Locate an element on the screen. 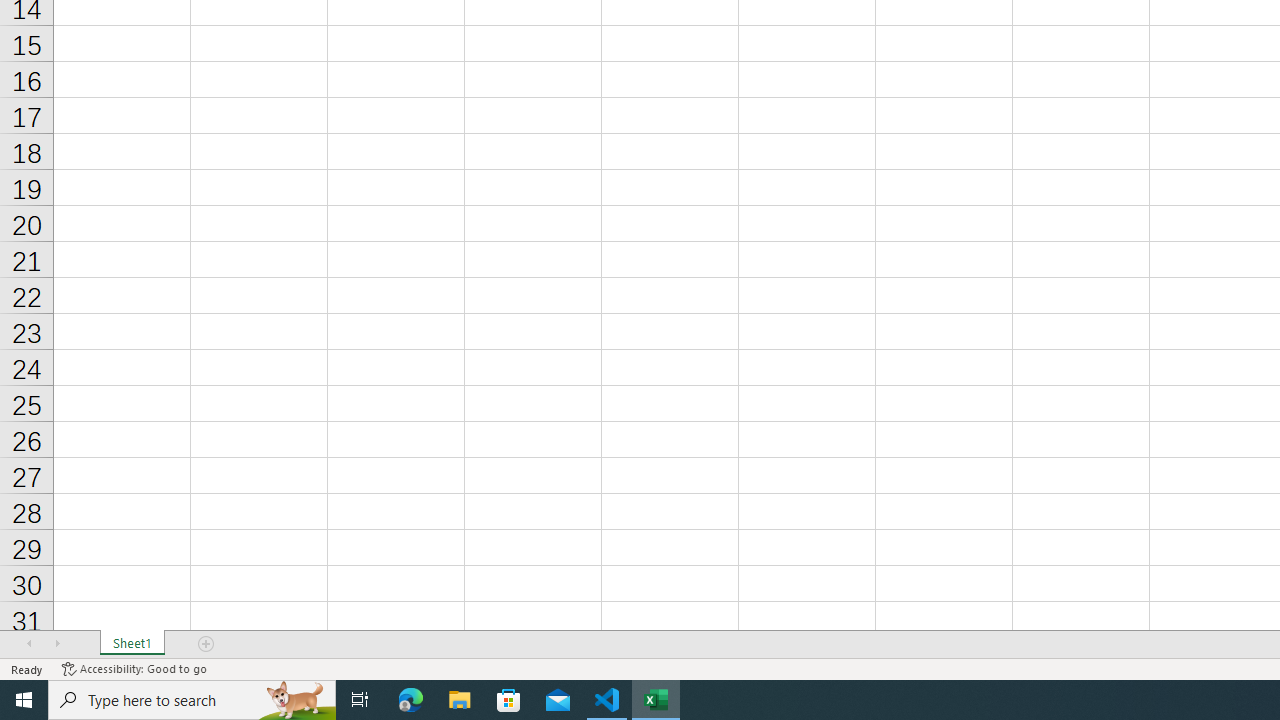 This screenshot has height=720, width=1280. 'Accessibility Checker Accessibility: Good to go' is located at coordinates (133, 669).